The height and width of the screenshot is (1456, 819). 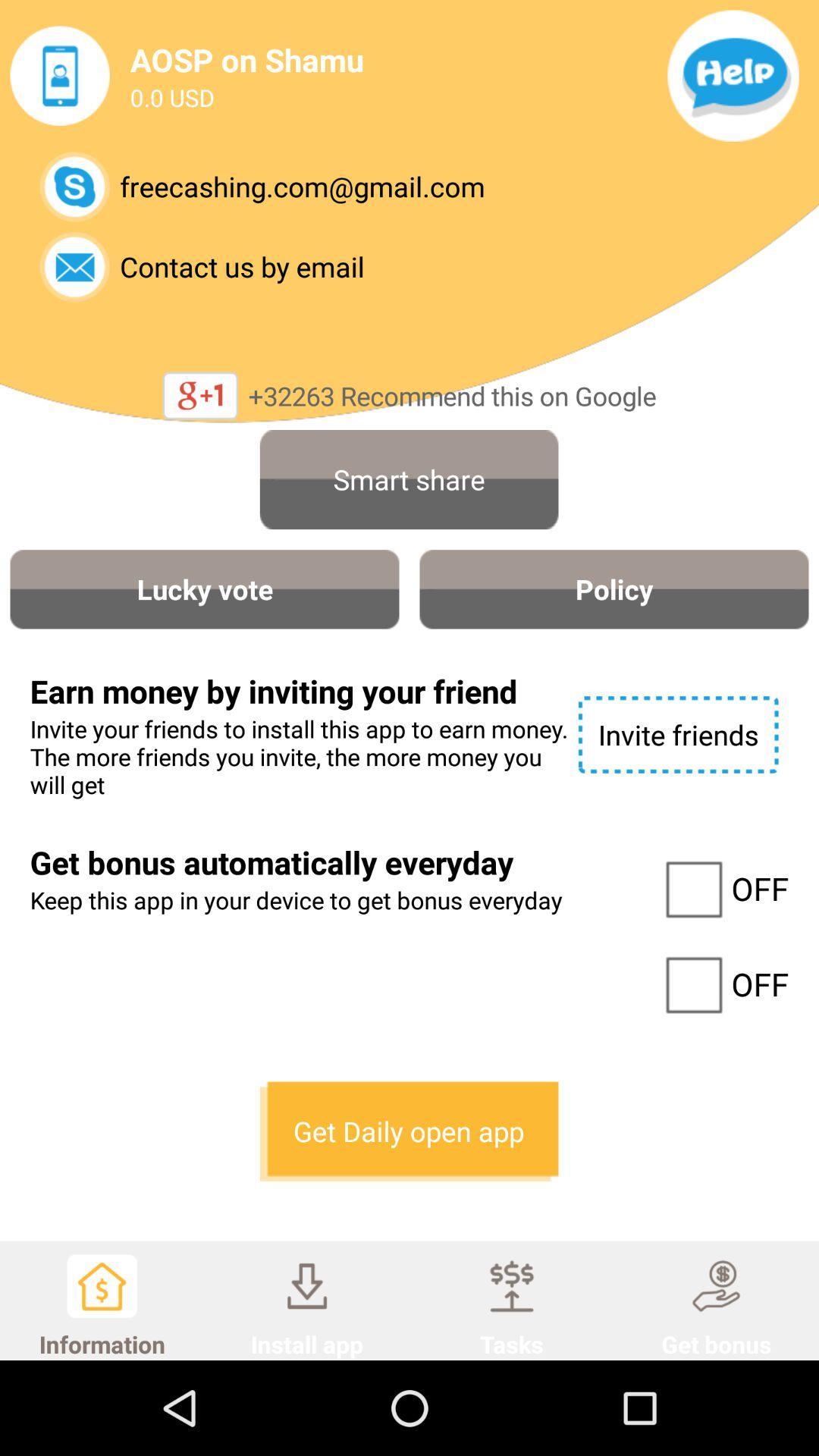 I want to click on skype, so click(x=74, y=186).